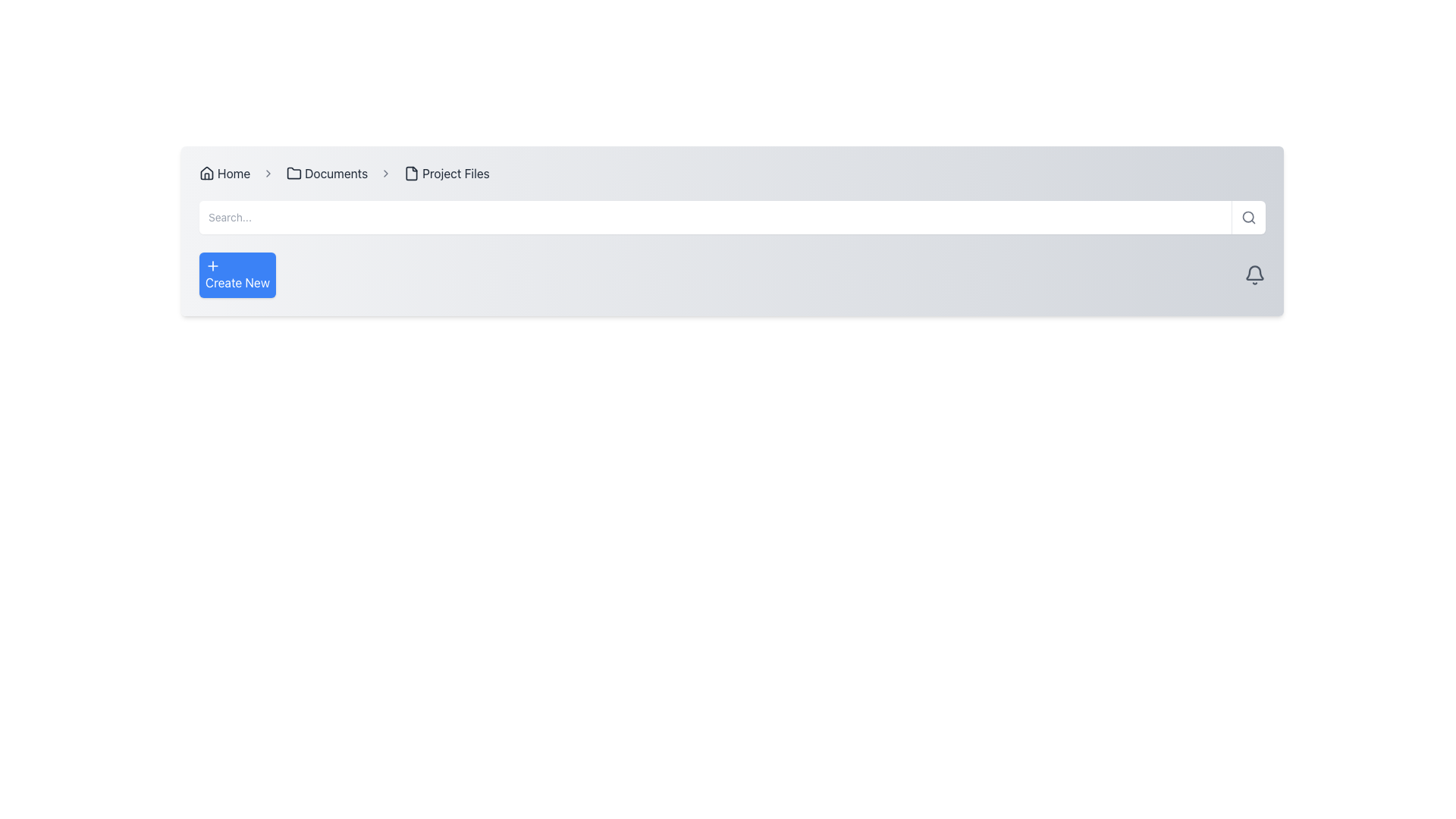  Describe the element at coordinates (1255, 275) in the screenshot. I see `the bell-shaped icon located at the far right end of the navigation bar` at that location.